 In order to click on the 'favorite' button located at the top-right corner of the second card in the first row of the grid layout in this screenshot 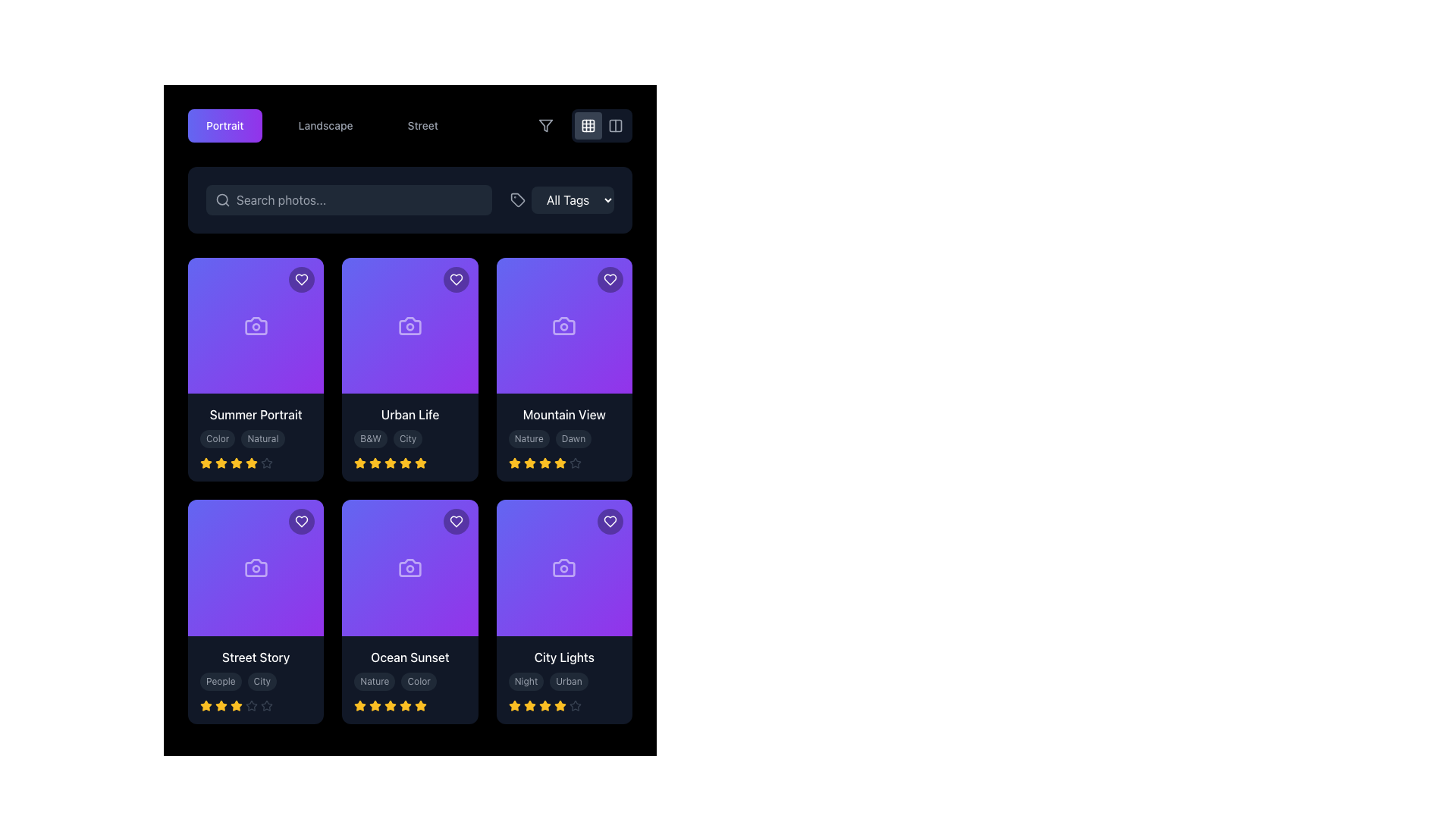, I will do `click(455, 280)`.